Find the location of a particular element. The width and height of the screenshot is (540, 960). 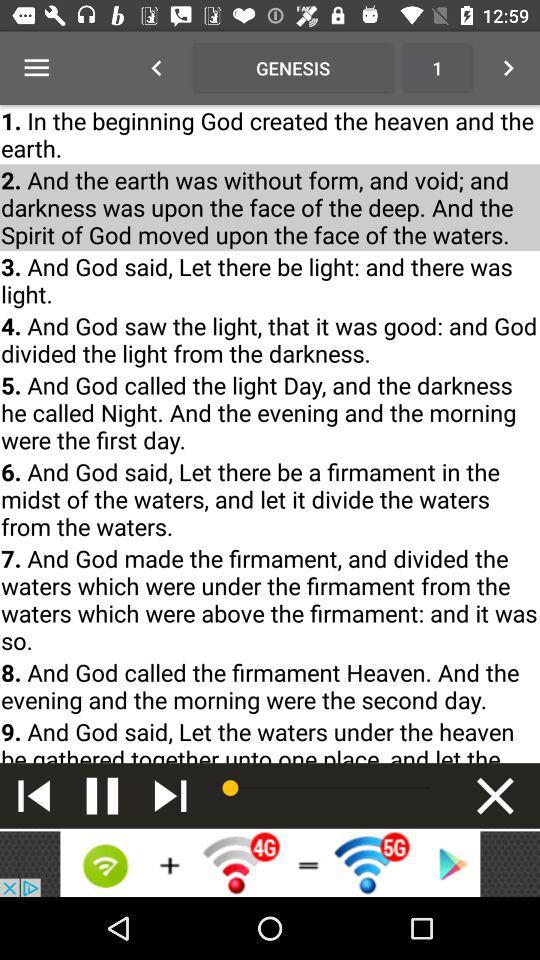

the close icon is located at coordinates (494, 795).